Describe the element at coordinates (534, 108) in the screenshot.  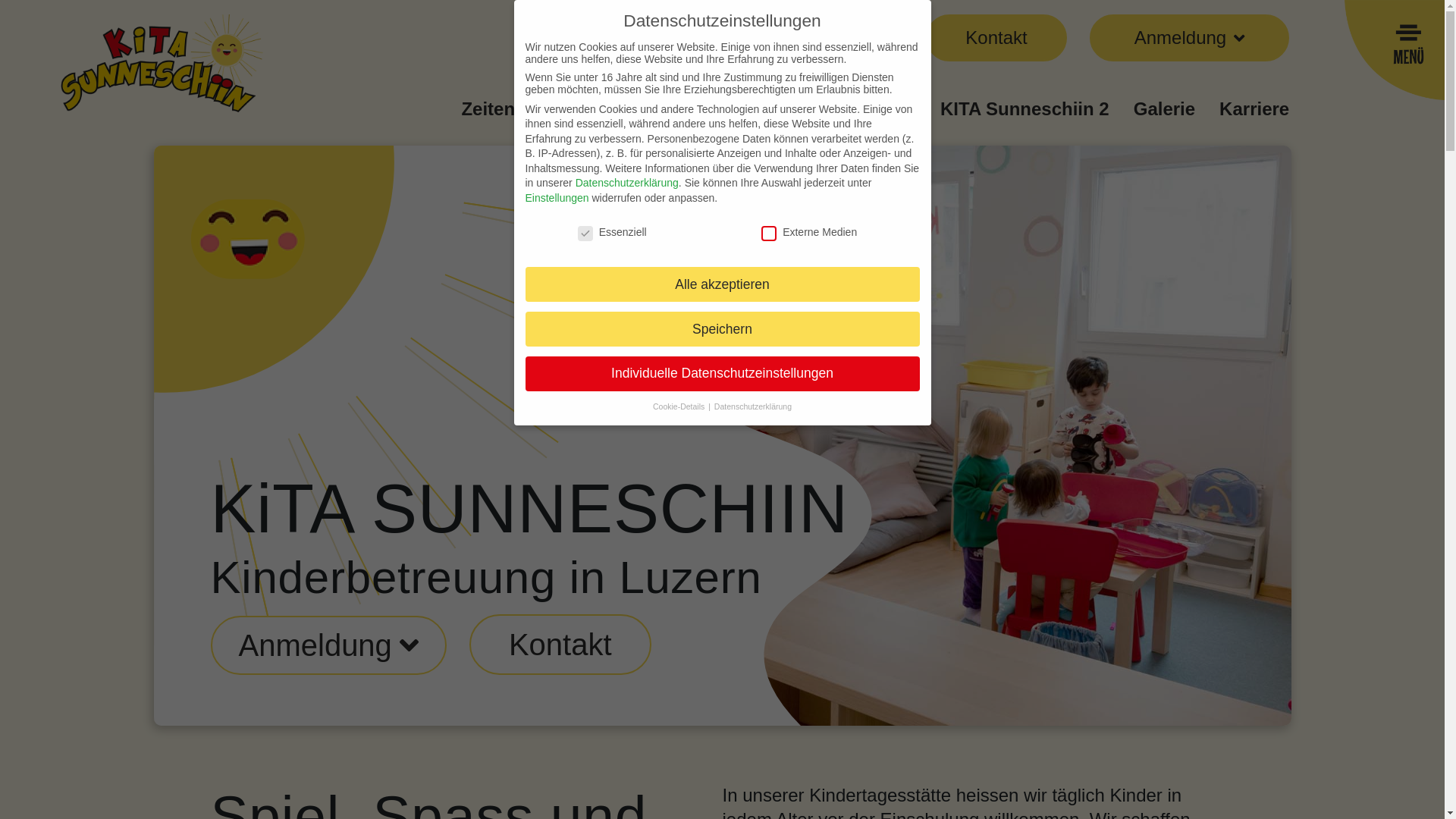
I see `'Zeiten und Tarife'` at that location.